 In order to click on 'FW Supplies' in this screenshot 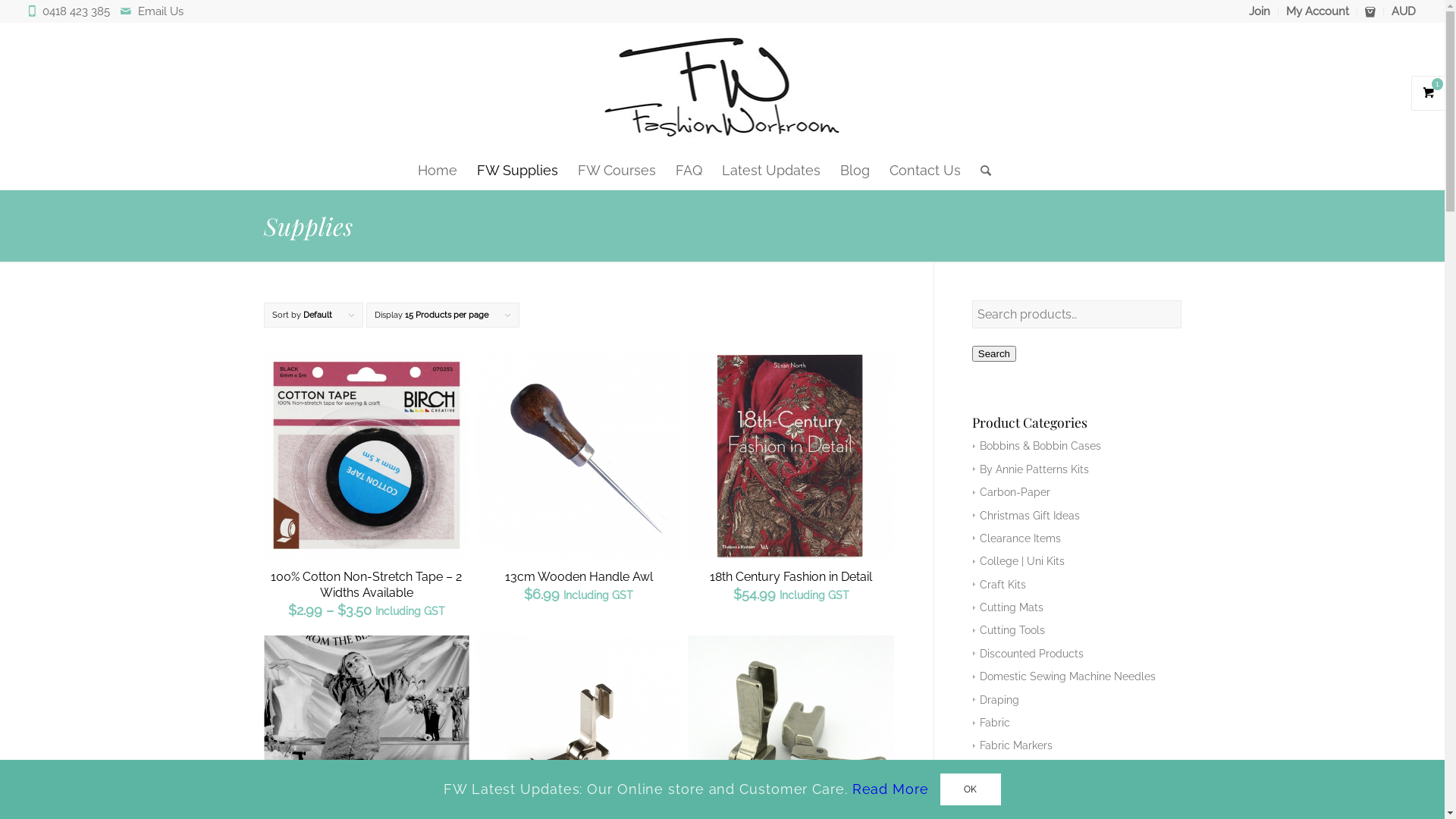, I will do `click(517, 170)`.